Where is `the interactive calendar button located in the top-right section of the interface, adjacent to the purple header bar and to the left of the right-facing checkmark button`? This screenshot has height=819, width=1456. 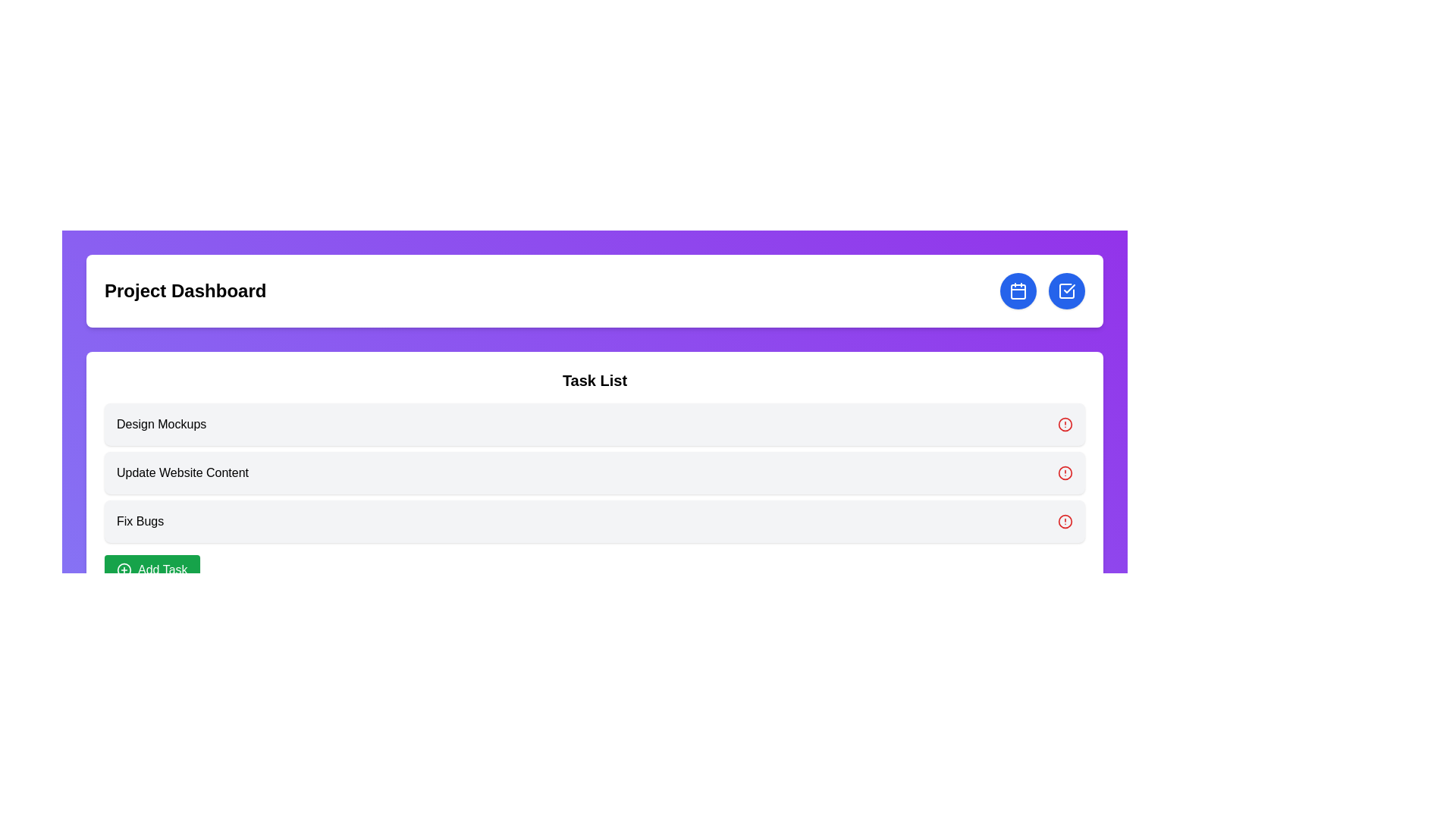
the interactive calendar button located in the top-right section of the interface, adjacent to the purple header bar and to the left of the right-facing checkmark button is located at coordinates (1018, 291).